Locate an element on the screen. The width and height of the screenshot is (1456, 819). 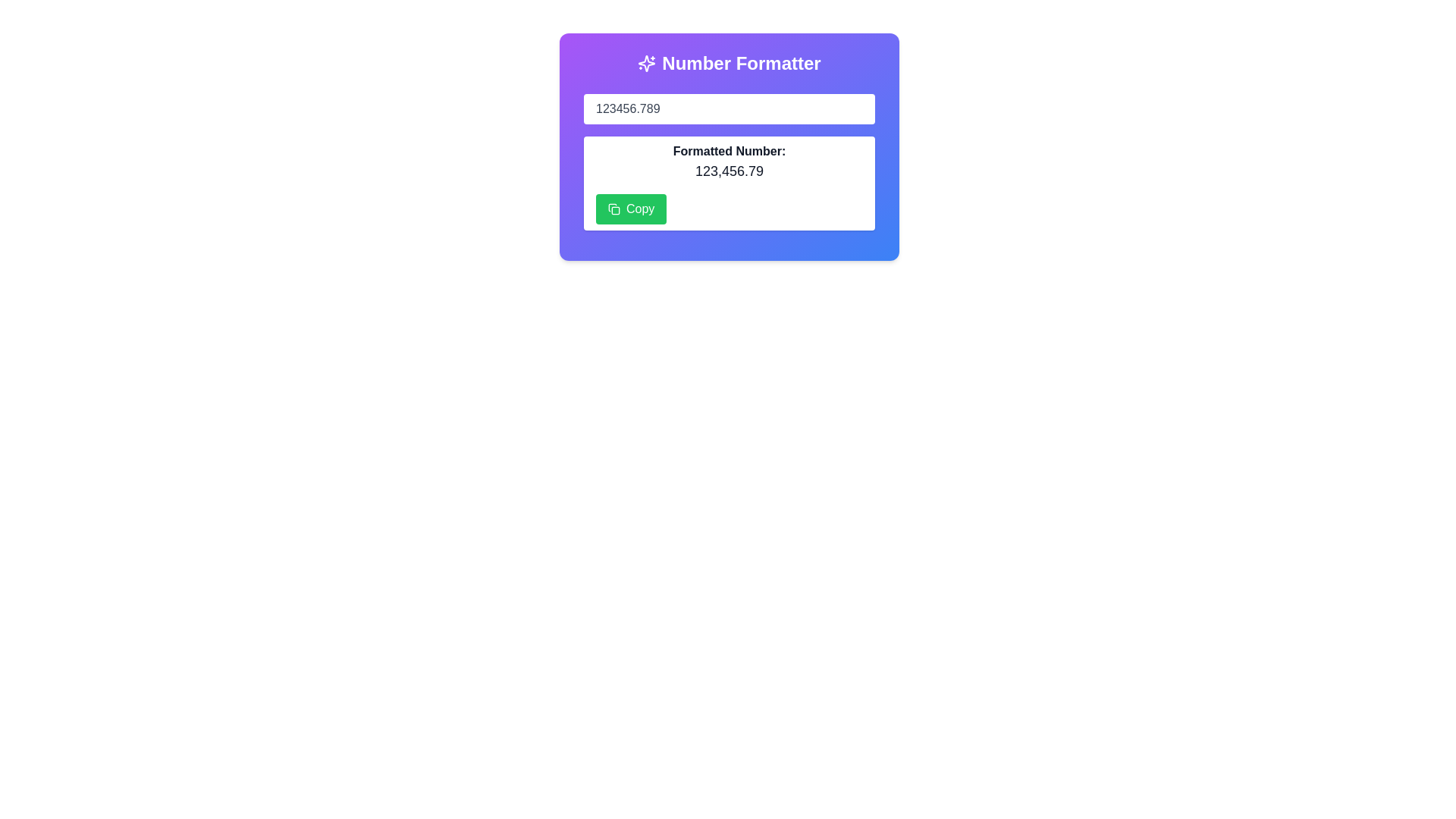
the copy icon, which is a small graphical icon styled as a minimalist square with rounded corners, located within the green 'Copy' button is located at coordinates (614, 209).